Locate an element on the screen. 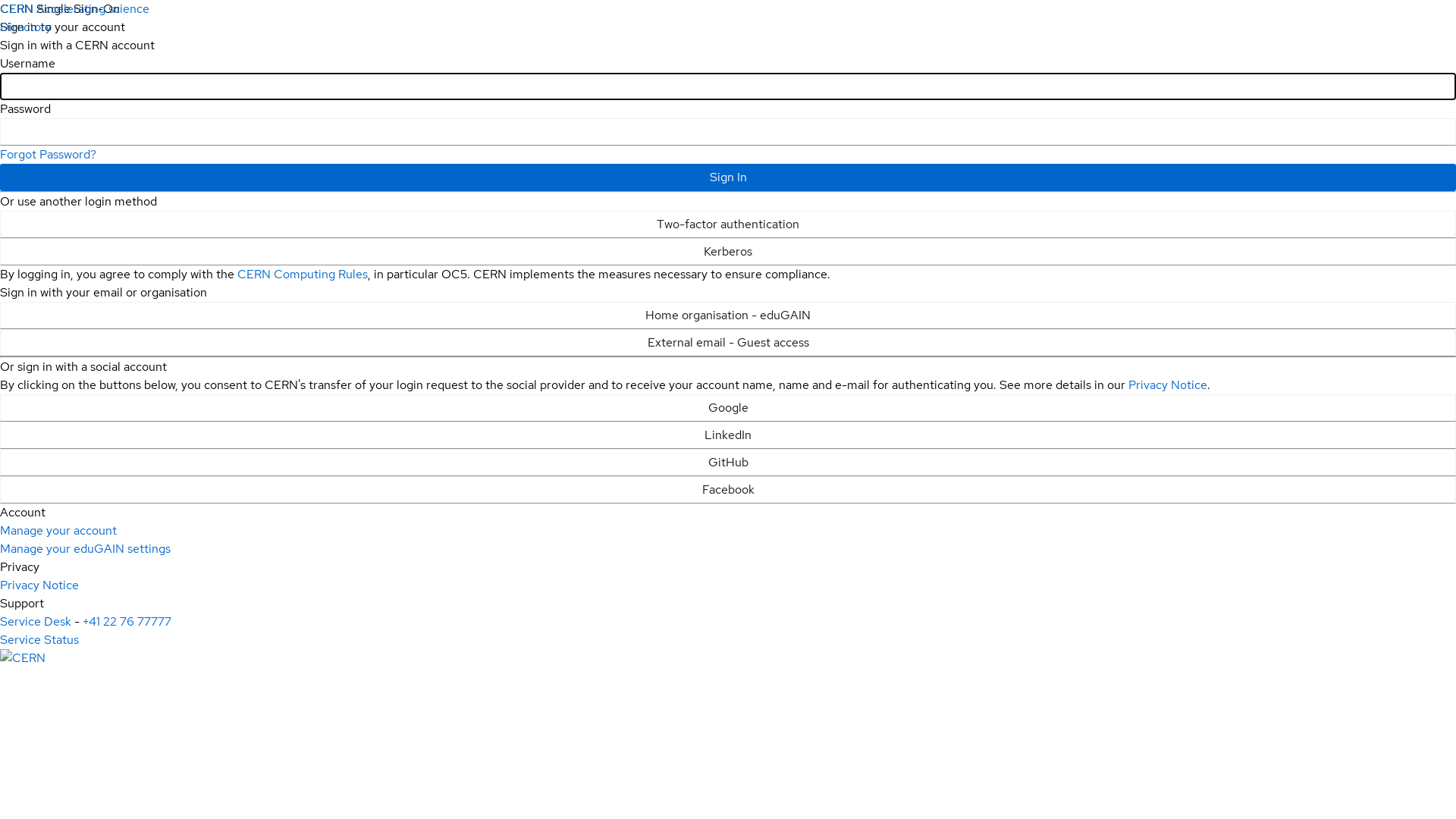 Image resolution: width=1456 pixels, height=819 pixels. 'CERN Accelerating science' is located at coordinates (74, 8).